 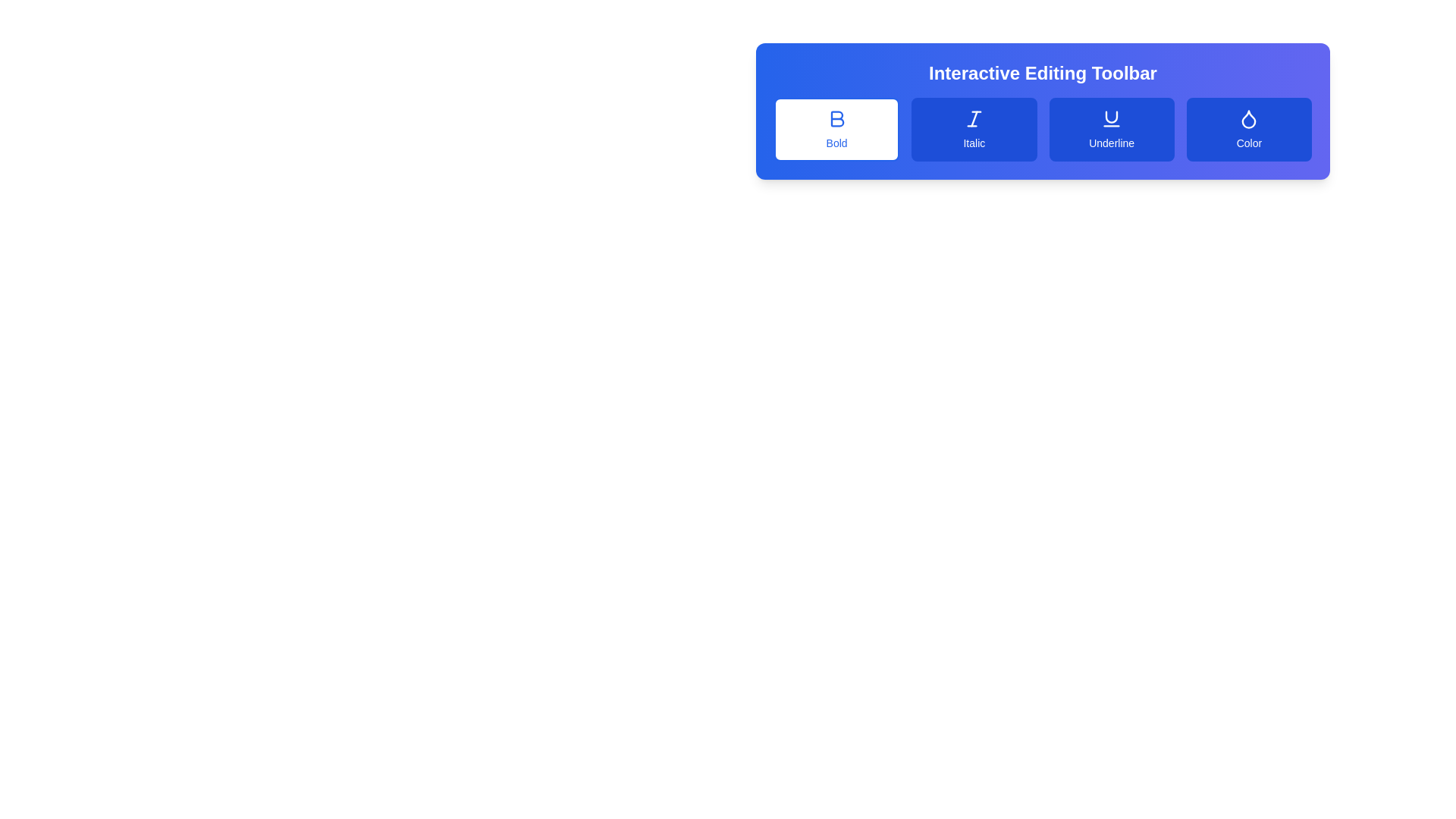 I want to click on the Bold formatting icon located in the upper-left section of the 'Interactive Editing Toolbar', so click(x=836, y=118).